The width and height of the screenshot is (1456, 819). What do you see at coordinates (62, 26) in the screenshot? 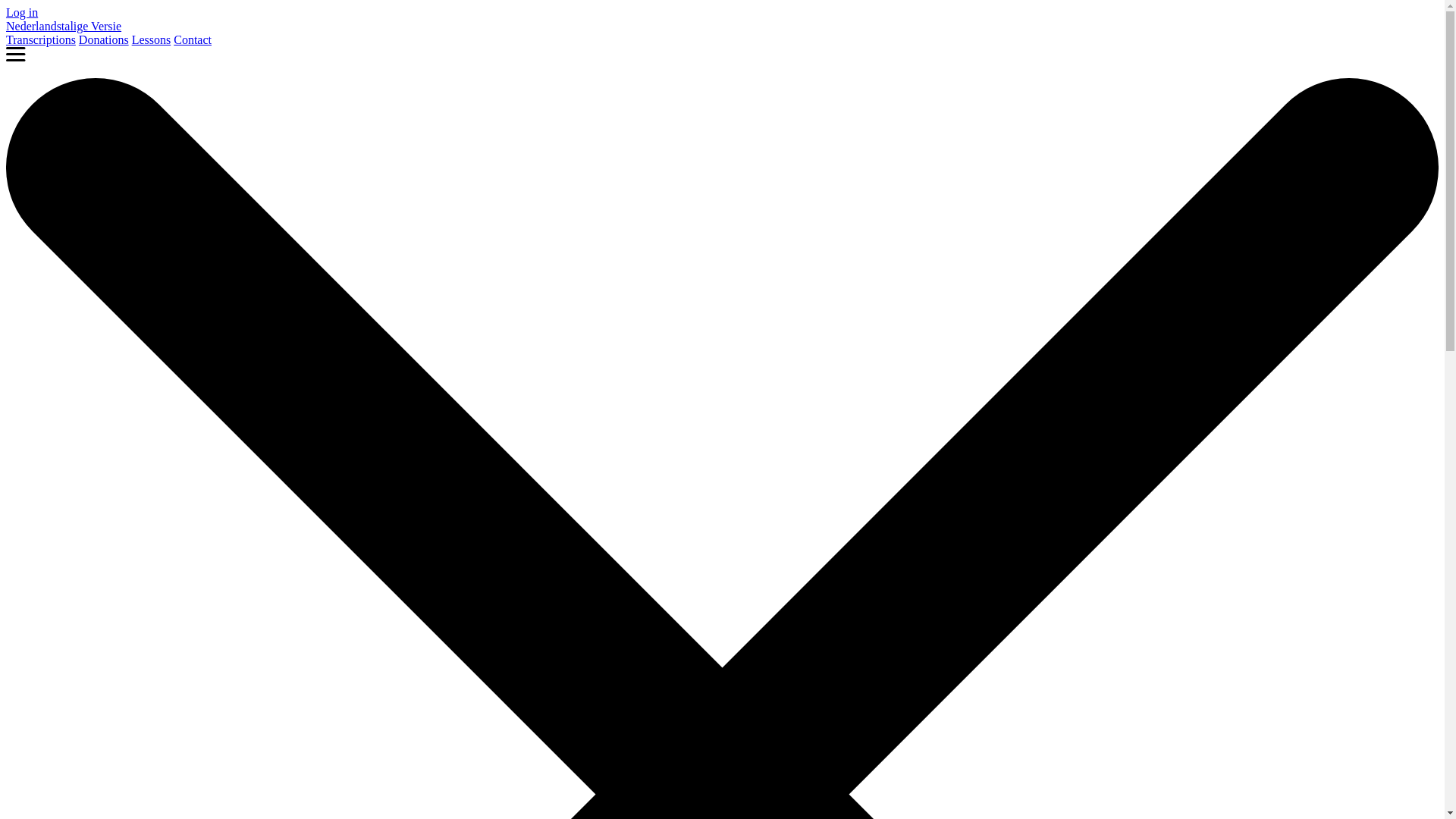
I see `'Nederlandstalige Versie'` at bounding box center [62, 26].